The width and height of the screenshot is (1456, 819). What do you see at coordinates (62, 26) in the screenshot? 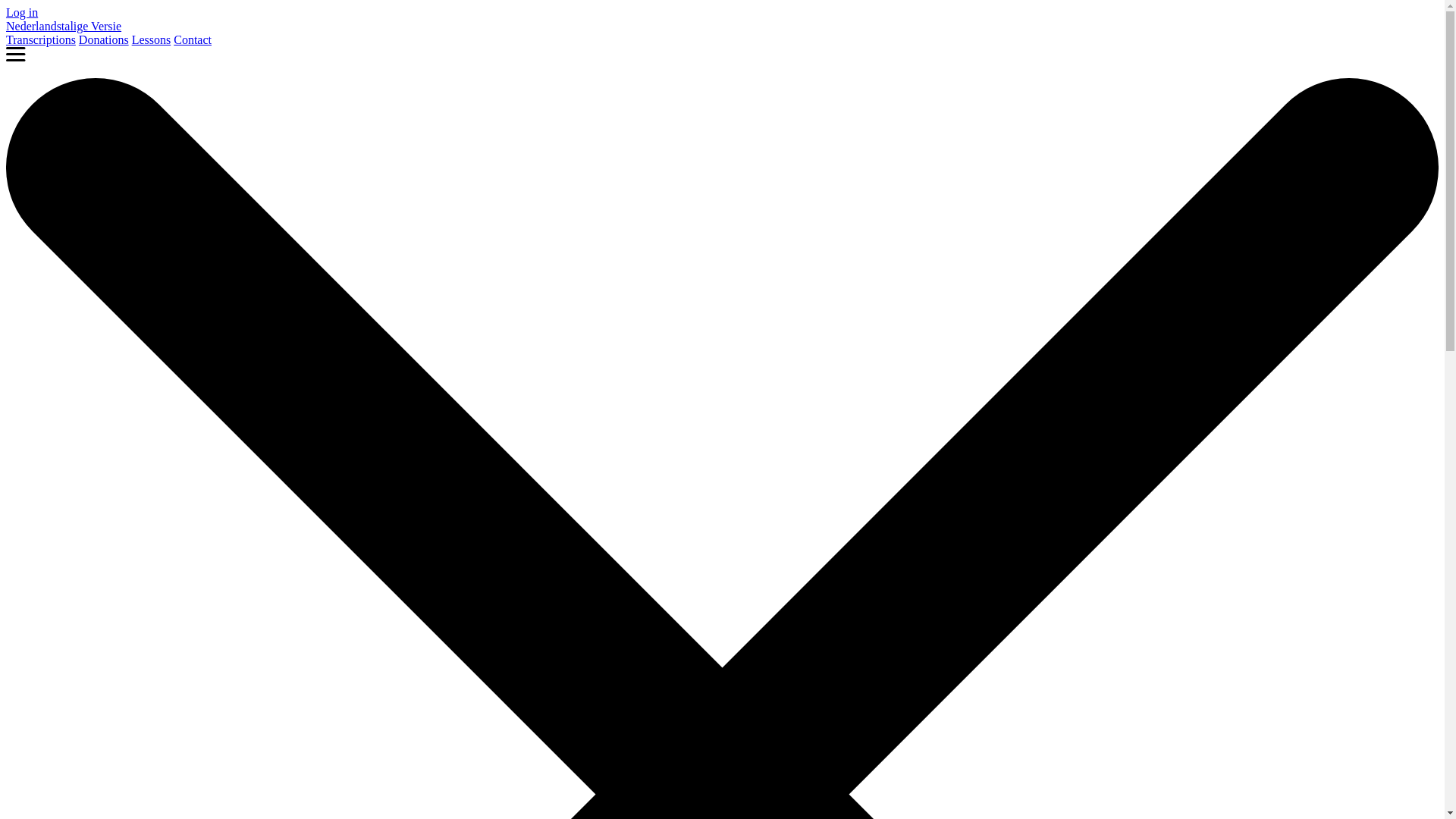
I see `'Nederlandstalige Versie'` at bounding box center [62, 26].